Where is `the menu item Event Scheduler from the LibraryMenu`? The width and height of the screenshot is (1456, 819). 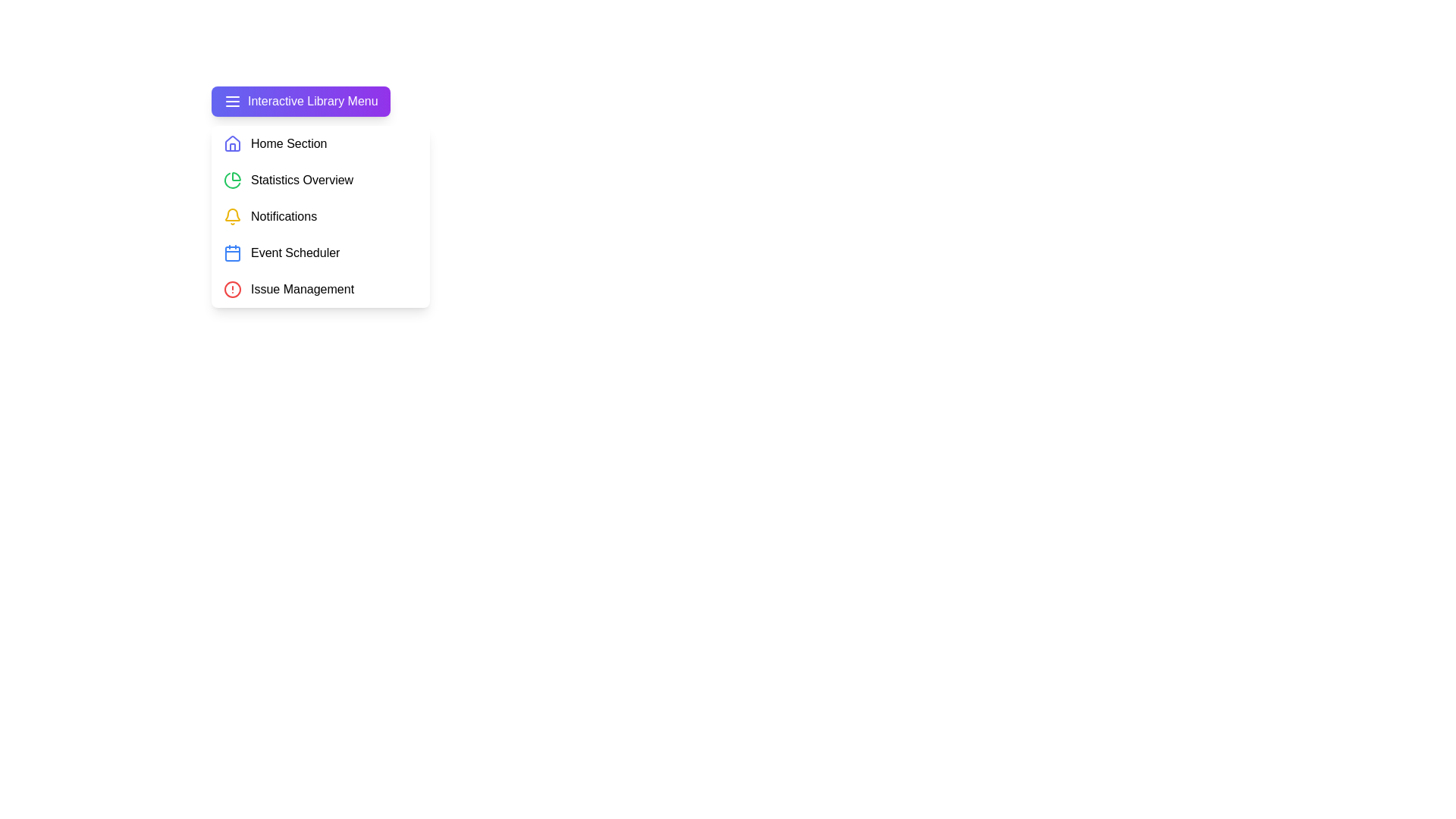 the menu item Event Scheduler from the LibraryMenu is located at coordinates (319, 253).